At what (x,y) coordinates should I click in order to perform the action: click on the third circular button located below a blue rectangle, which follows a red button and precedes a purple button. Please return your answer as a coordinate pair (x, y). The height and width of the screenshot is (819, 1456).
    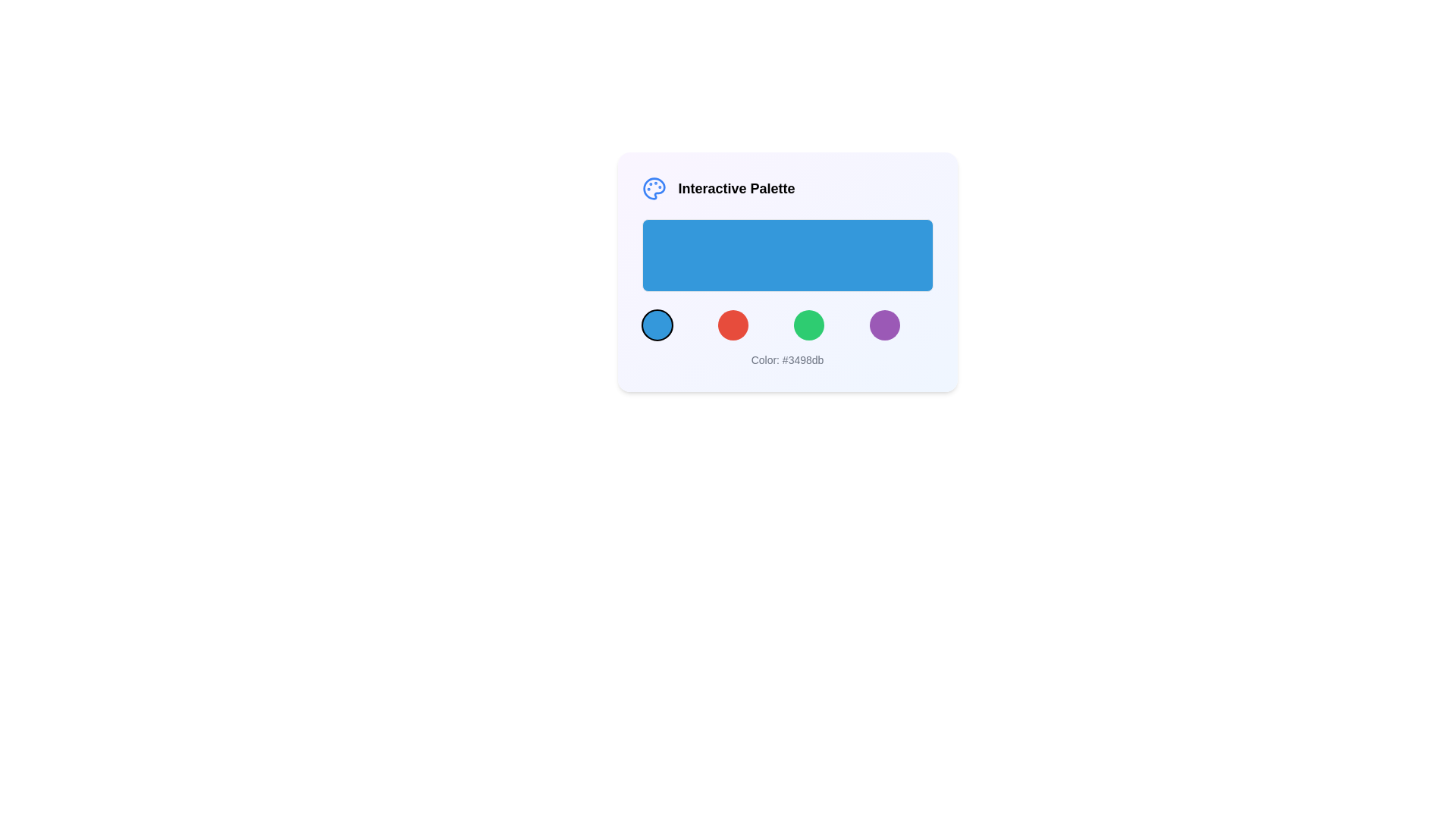
    Looking at the image, I should click on (808, 324).